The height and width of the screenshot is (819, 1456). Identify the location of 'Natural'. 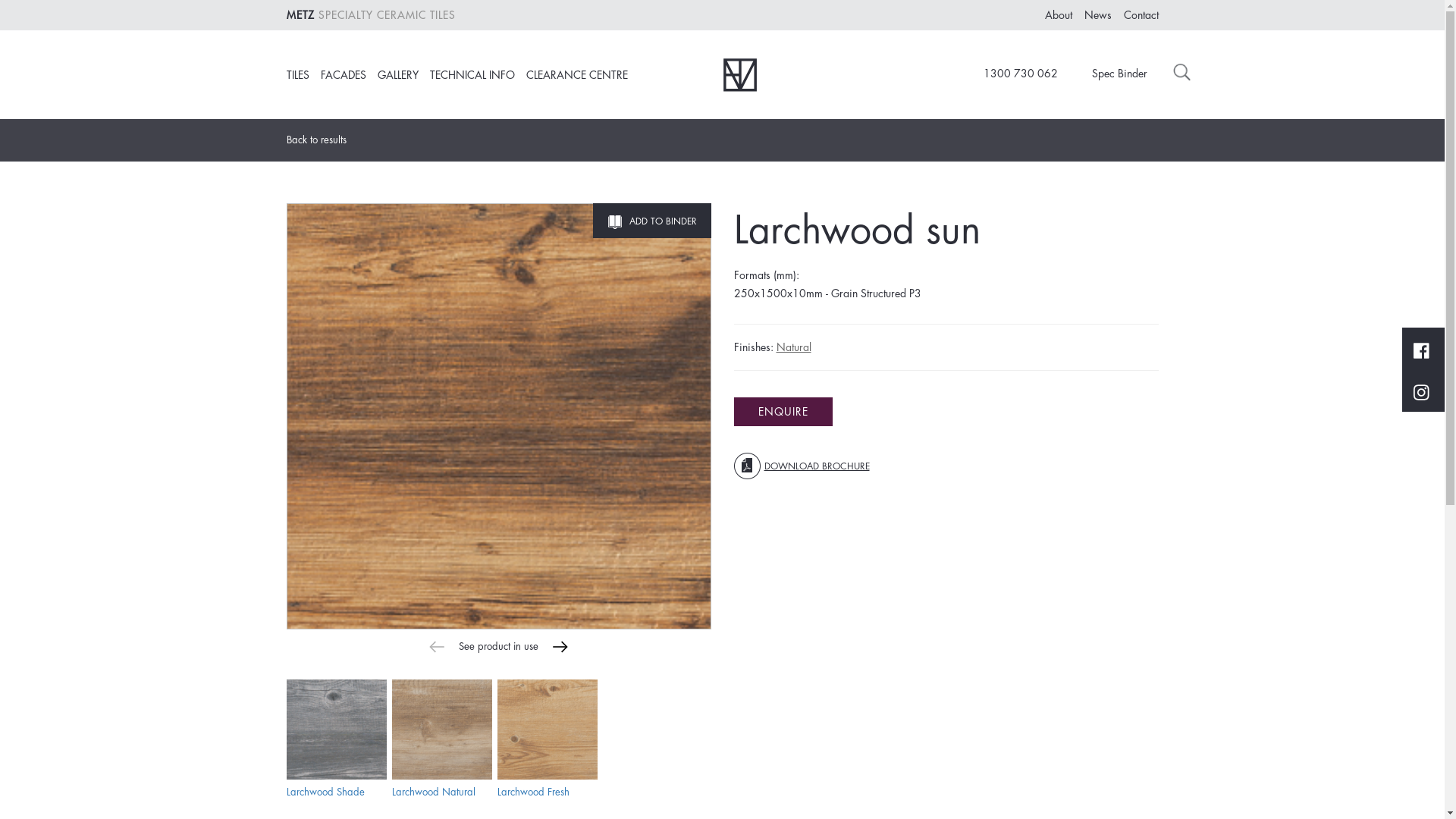
(792, 347).